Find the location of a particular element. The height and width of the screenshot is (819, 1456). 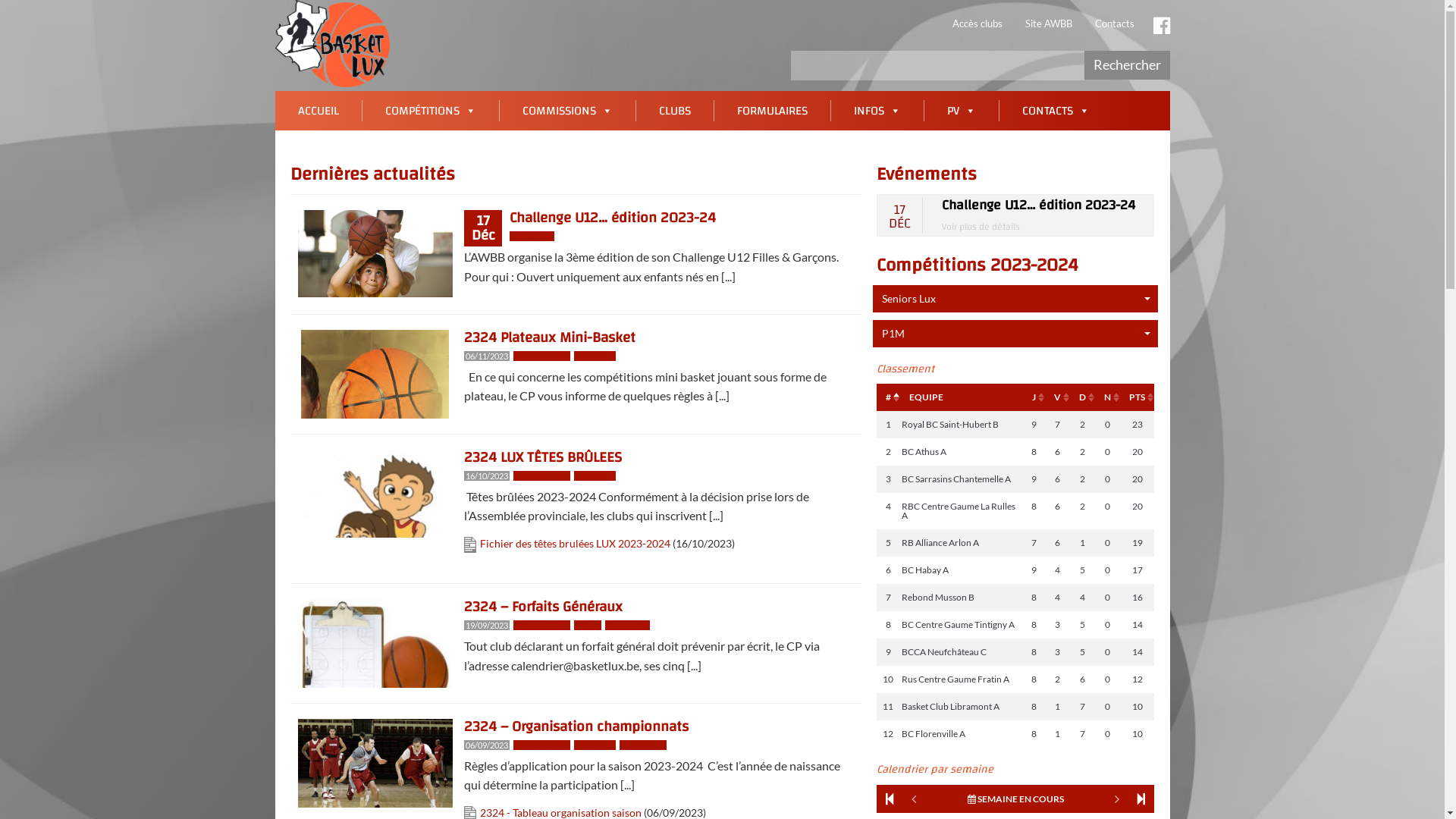

'SEMAINE EN COURS' is located at coordinates (1015, 798).